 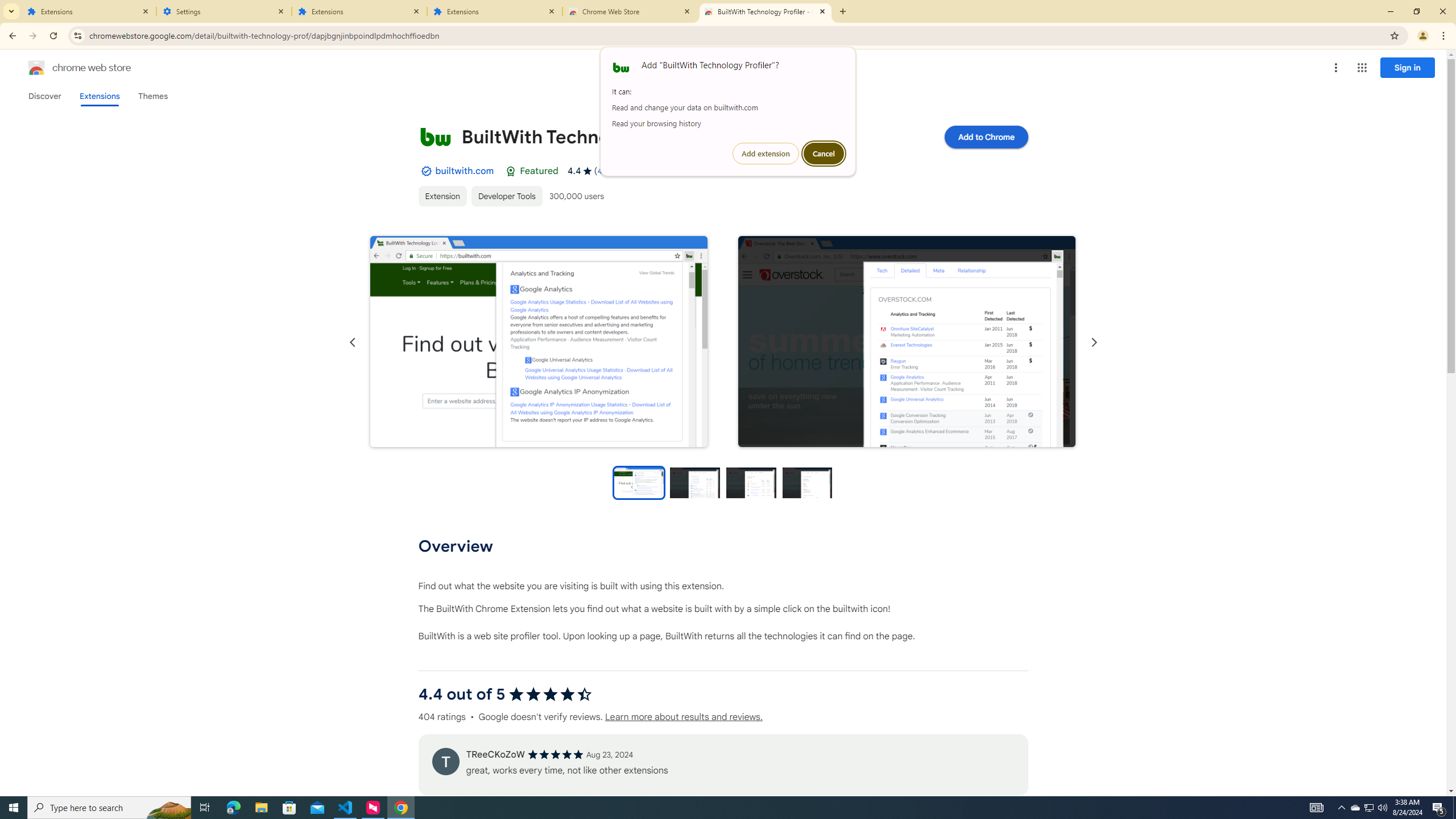 I want to click on 'Visual Studio Code - 1 running window', so click(x=345, y=806).